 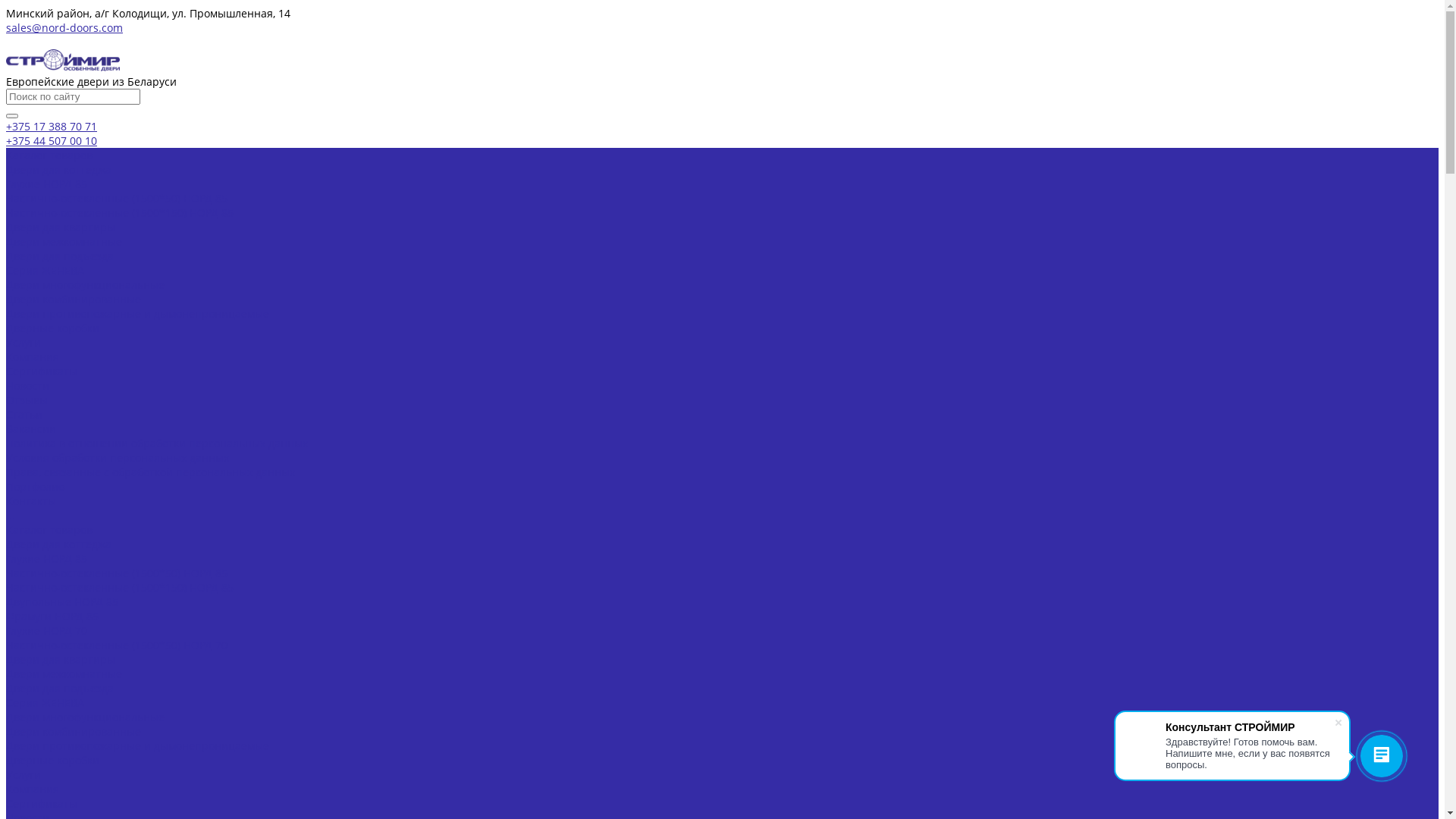 I want to click on '+375 17 388 70 71', so click(x=51, y=125).